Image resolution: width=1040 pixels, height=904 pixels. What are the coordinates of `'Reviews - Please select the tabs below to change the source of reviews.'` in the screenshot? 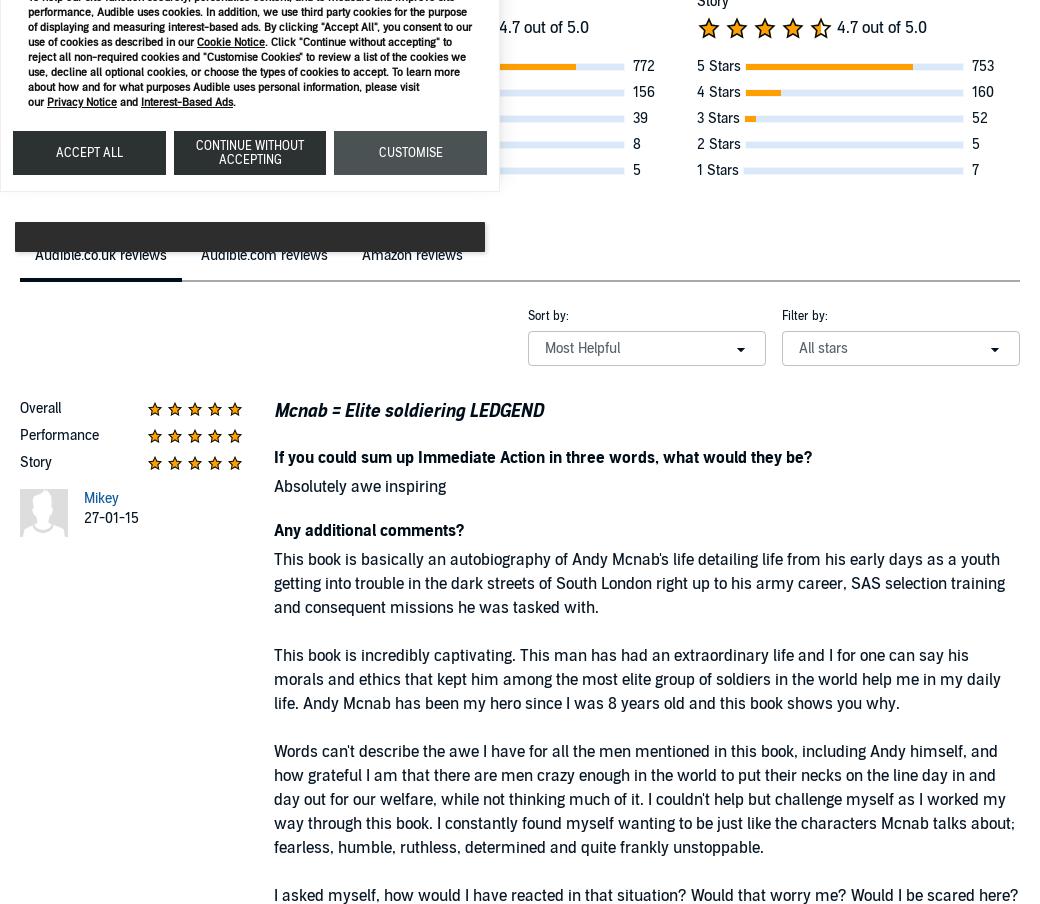 It's located at (243, 255).